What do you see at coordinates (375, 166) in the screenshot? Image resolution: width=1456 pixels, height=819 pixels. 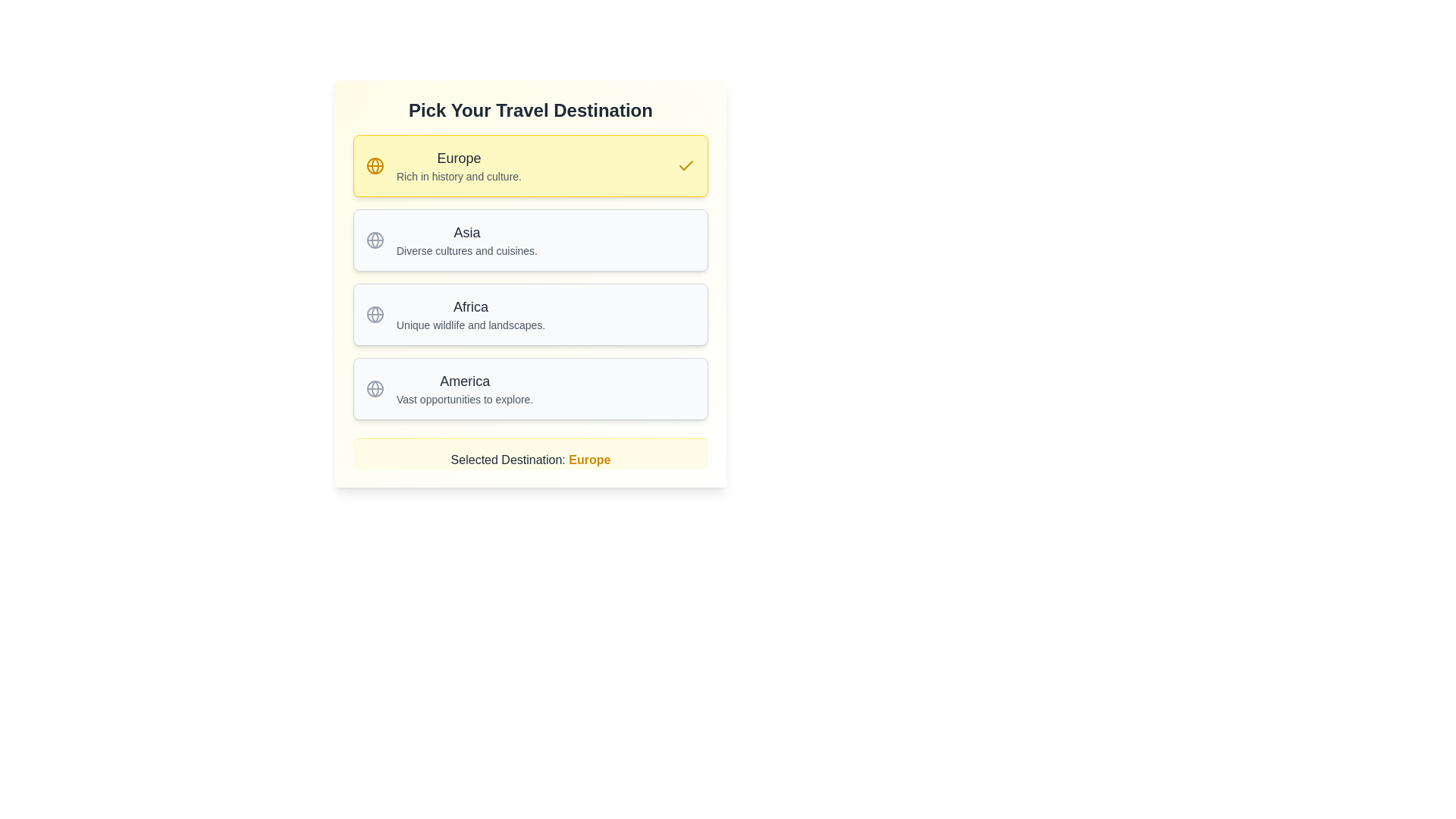 I see `the graphical decoration element within the SVG that enhances the representation of the 'Europe' option in the travel destination menu` at bounding box center [375, 166].